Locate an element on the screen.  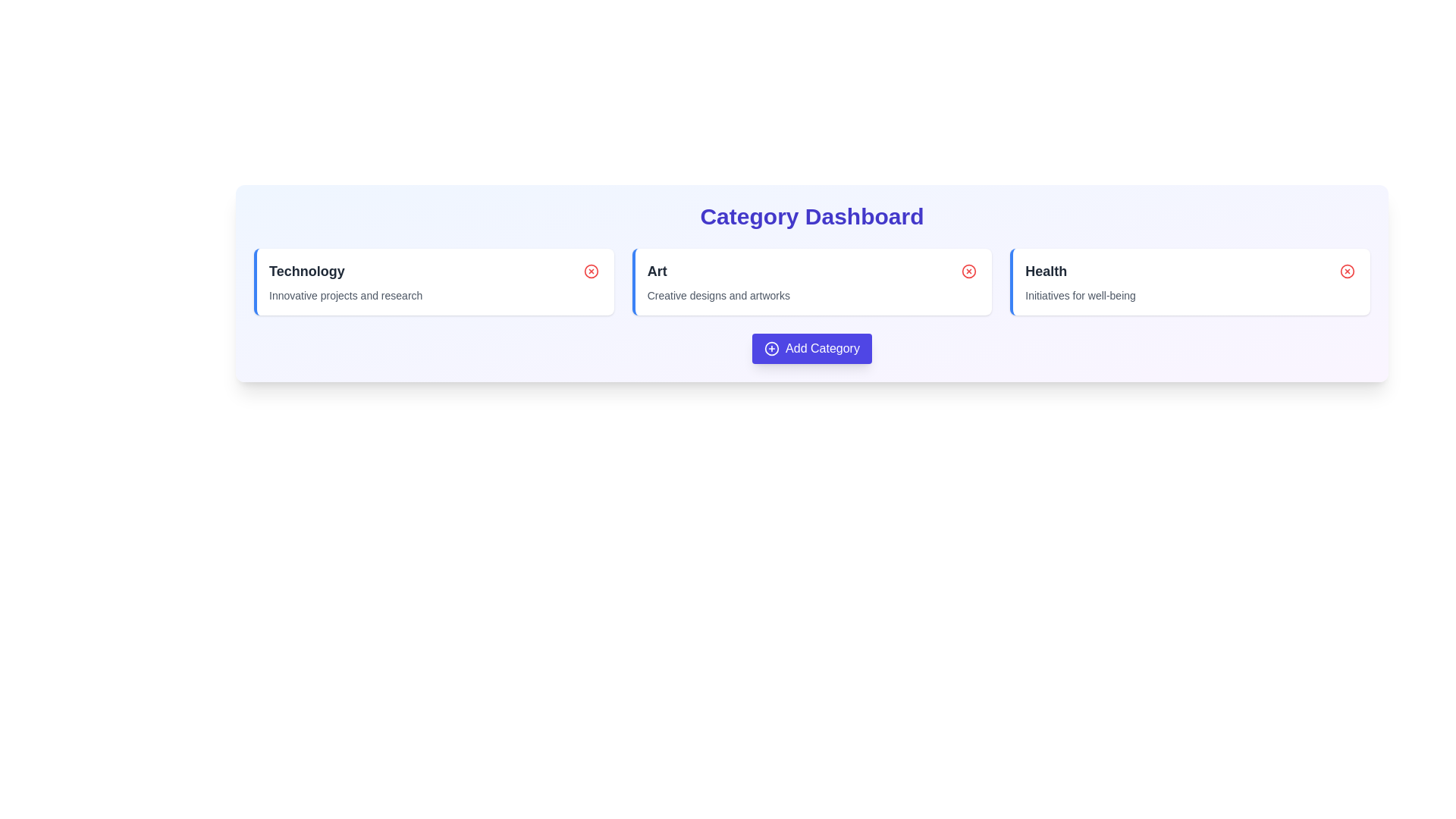
the remove icon button located in the top-right corner of the 'Health' card is located at coordinates (1347, 271).